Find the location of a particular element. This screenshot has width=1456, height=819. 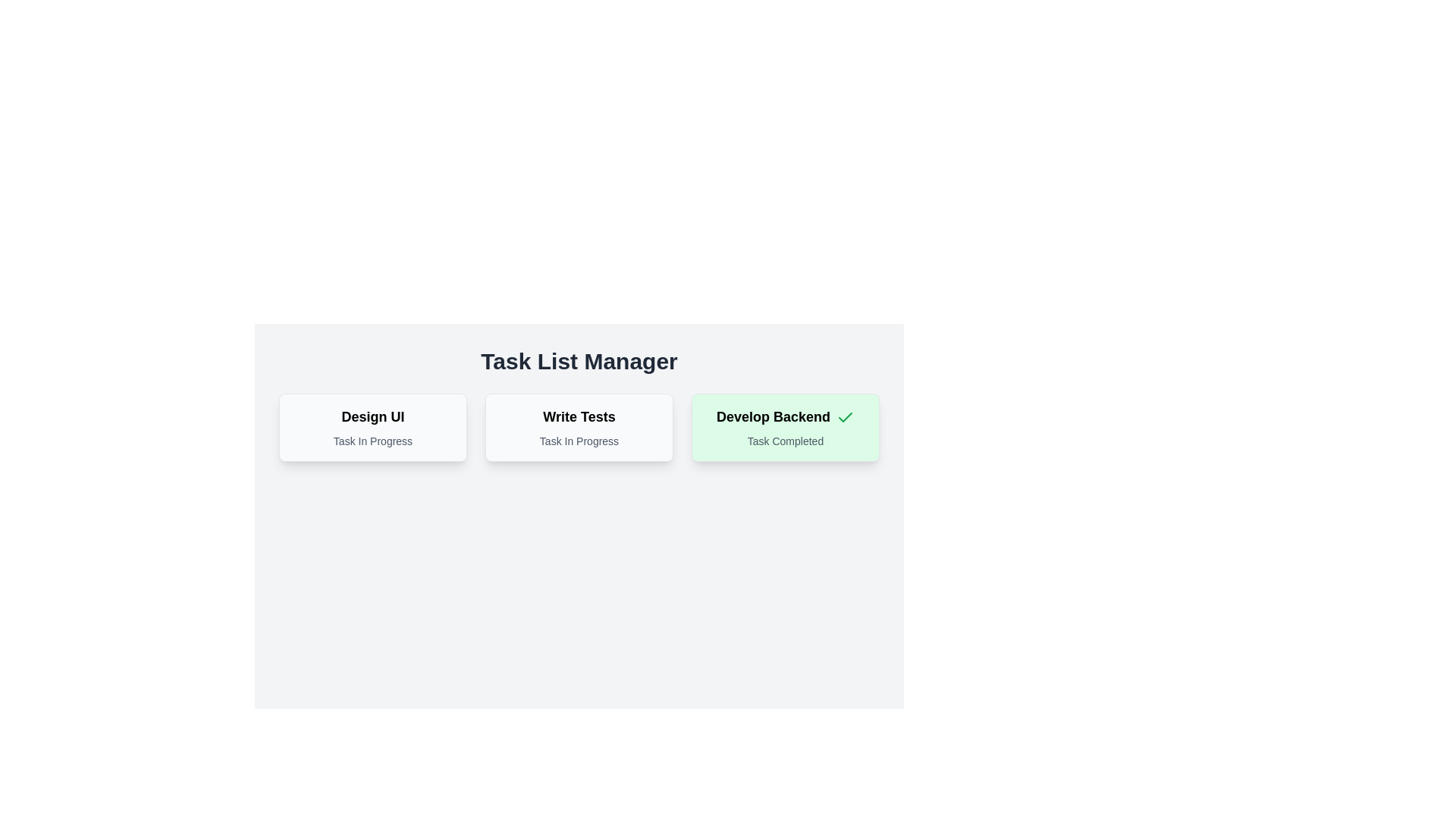

the task indicator card displaying 'Write Tests' and its status 'Task In Progress', located in the second column of three cards is located at coordinates (578, 427).